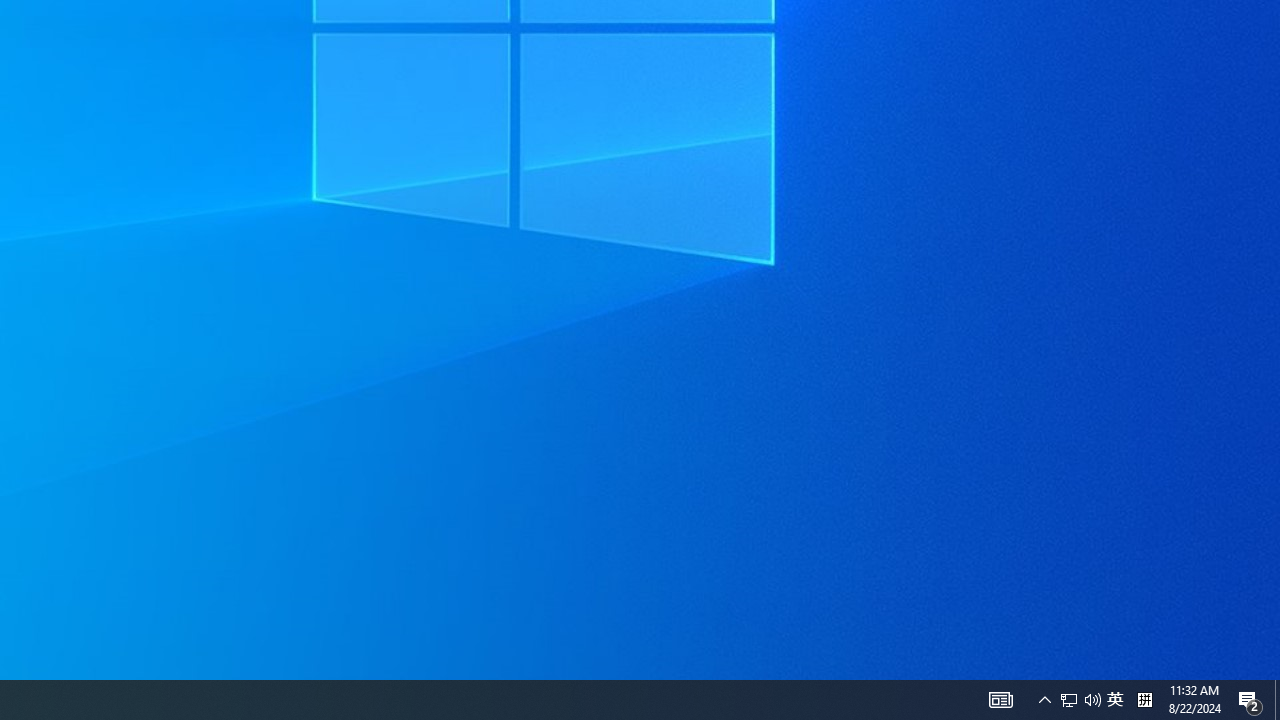 Image resolution: width=1280 pixels, height=720 pixels. Describe the element at coordinates (1114, 698) in the screenshot. I see `'Tray Input Indicator - Chinese (Simplified, China)'` at that location.